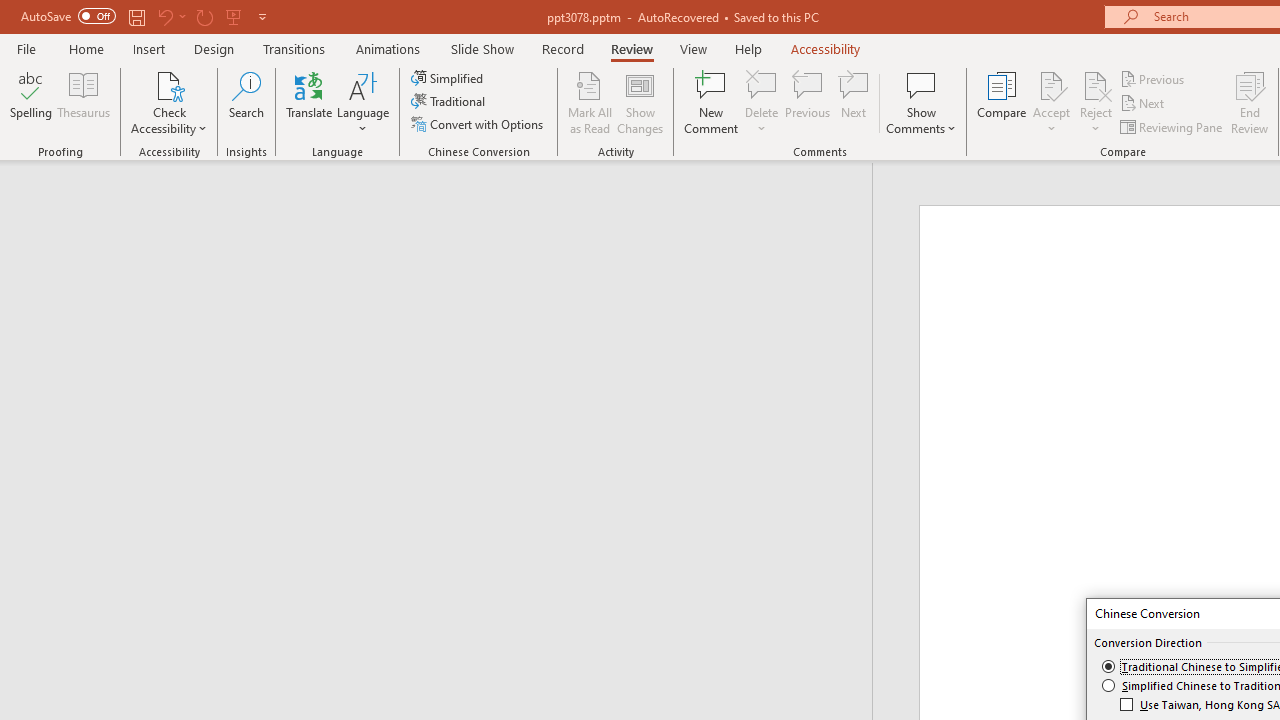  What do you see at coordinates (1002, 103) in the screenshot?
I see `'Compare'` at bounding box center [1002, 103].